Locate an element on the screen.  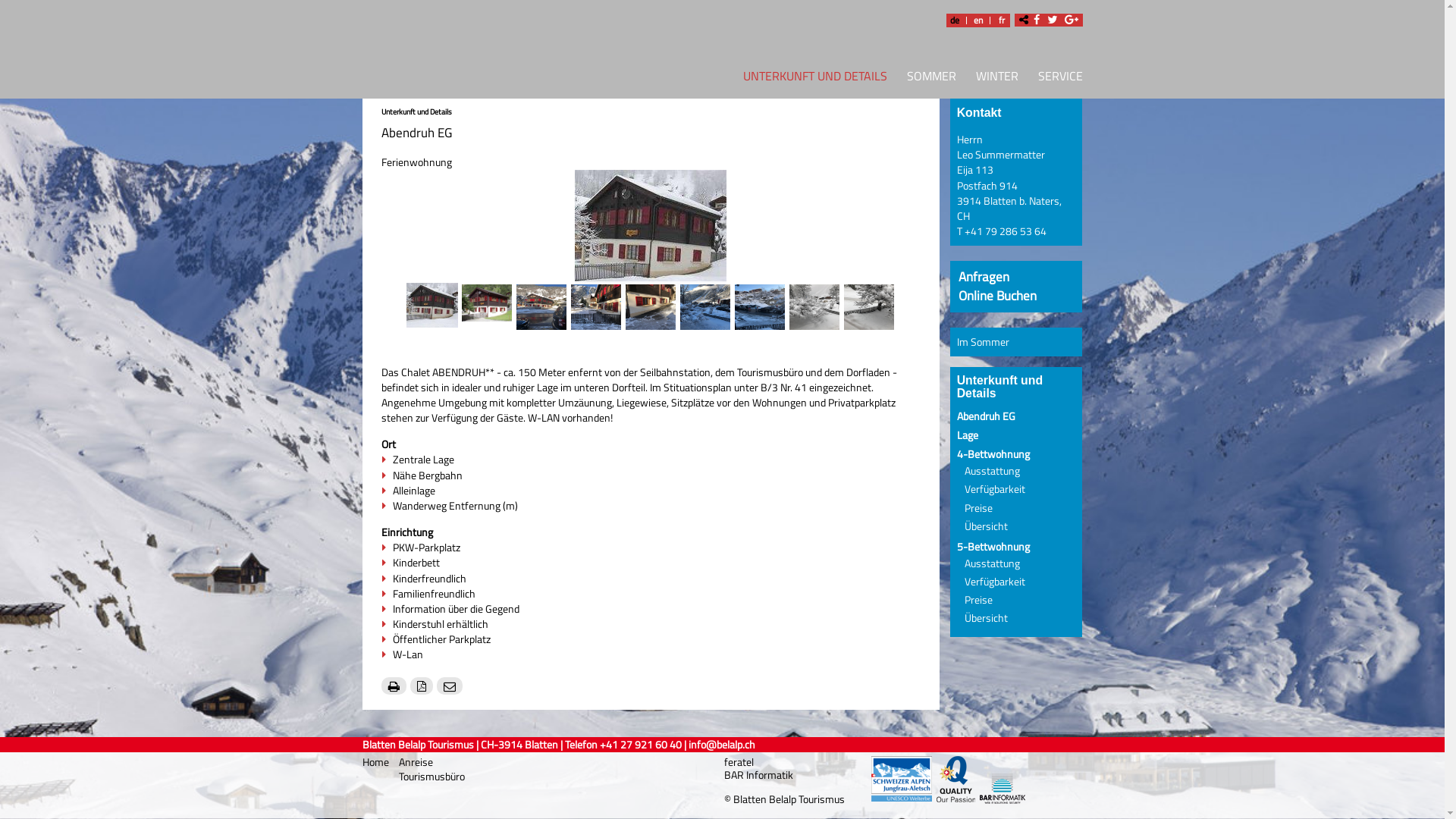
'4-Bettwohnung' is located at coordinates (993, 453).